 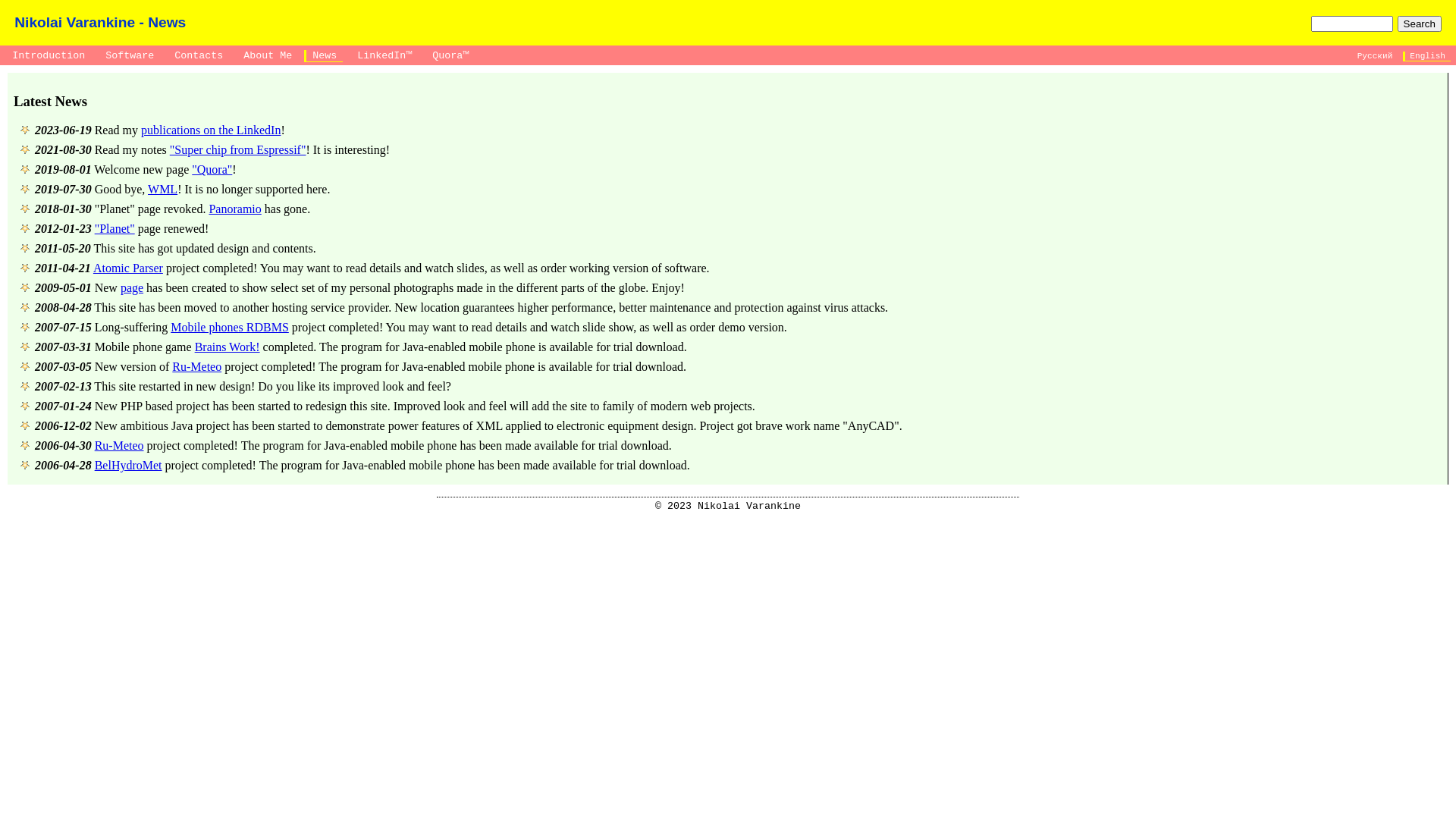 What do you see at coordinates (162, 188) in the screenshot?
I see `'WML'` at bounding box center [162, 188].